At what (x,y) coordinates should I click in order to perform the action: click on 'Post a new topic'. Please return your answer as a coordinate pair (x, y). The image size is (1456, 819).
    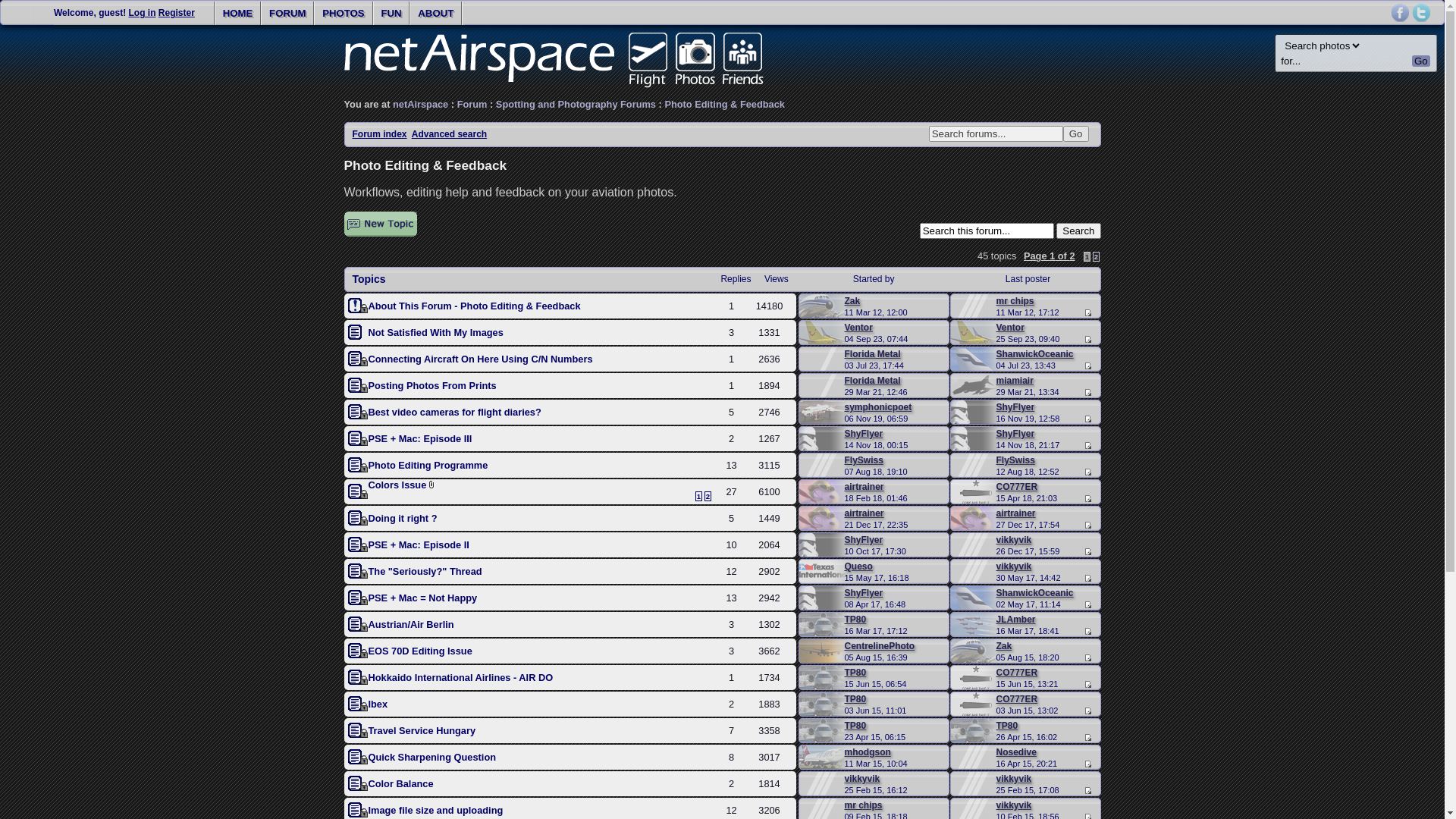
    Looking at the image, I should click on (381, 224).